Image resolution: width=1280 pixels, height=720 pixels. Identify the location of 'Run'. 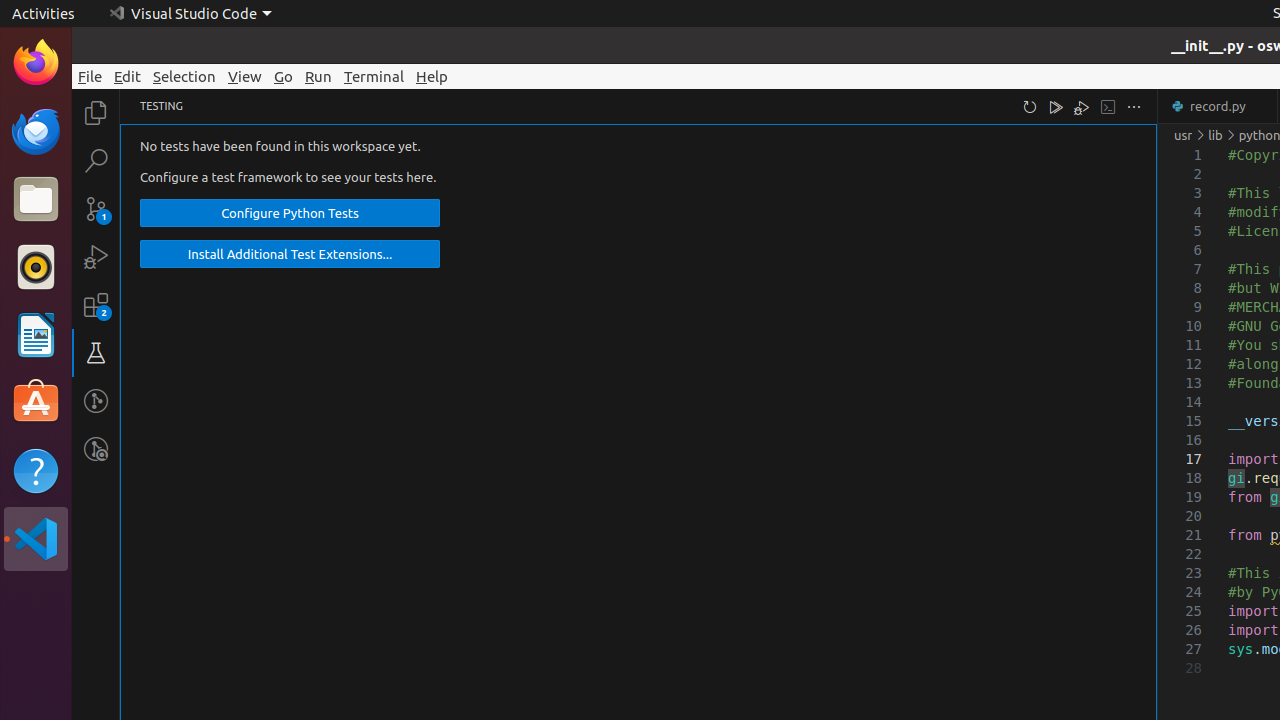
(317, 75).